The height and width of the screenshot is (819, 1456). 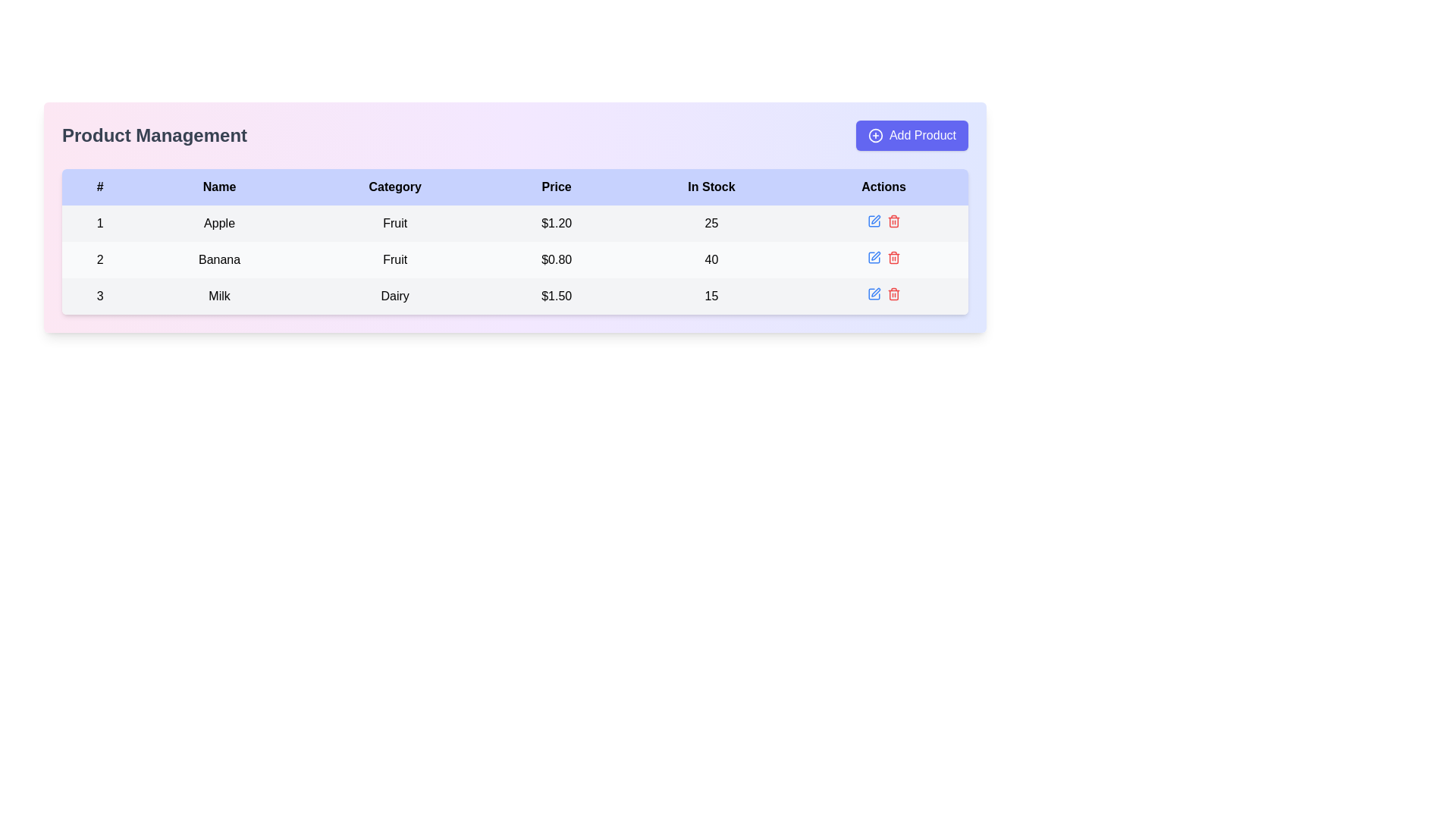 What do you see at coordinates (99, 186) in the screenshot?
I see `the Table Header Cell that indicates row numbering in the first column of the table header` at bounding box center [99, 186].